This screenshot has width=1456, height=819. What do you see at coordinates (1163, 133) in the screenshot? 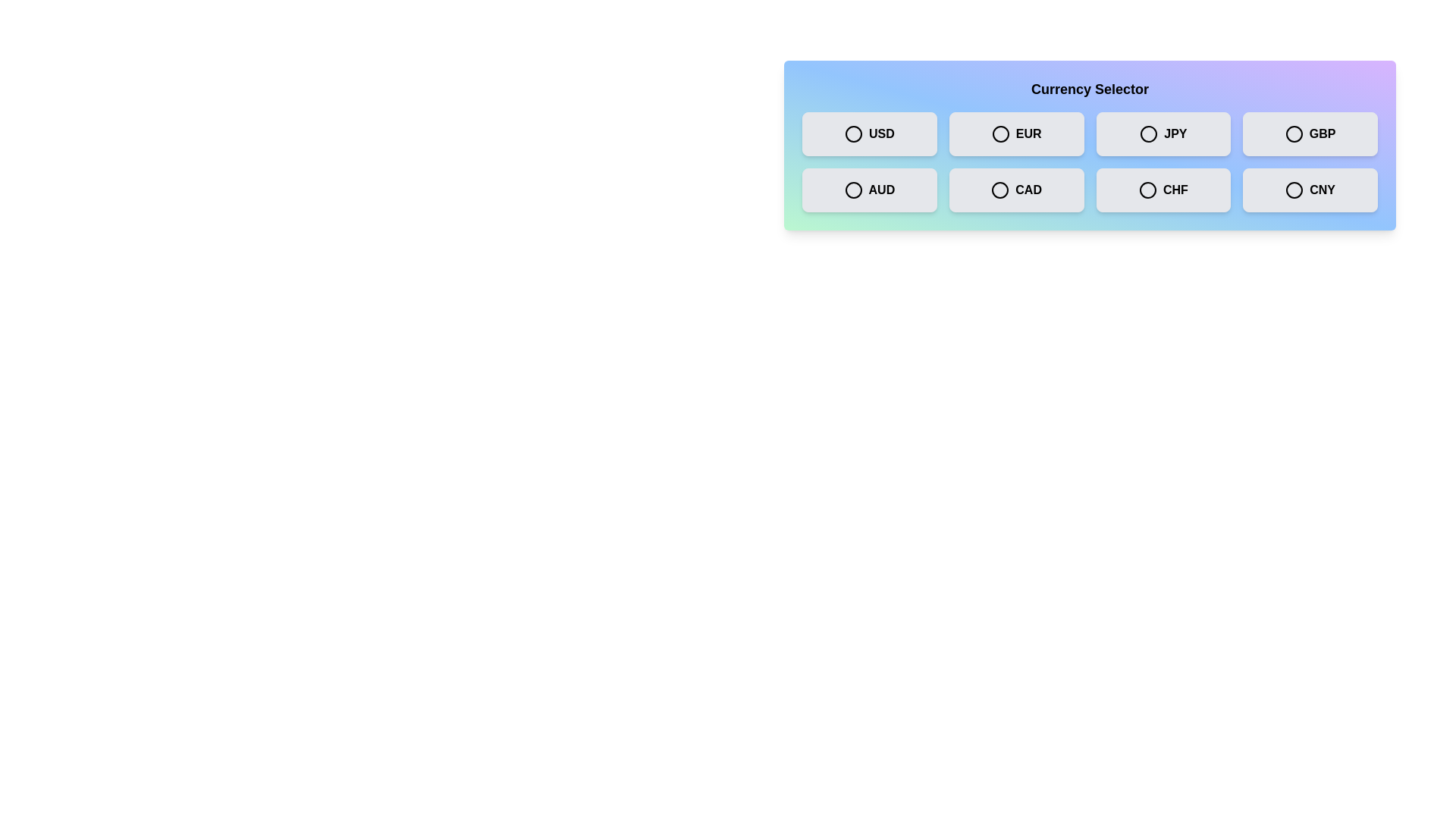
I see `the currency box labeled JPY to observe the hover effect` at bounding box center [1163, 133].